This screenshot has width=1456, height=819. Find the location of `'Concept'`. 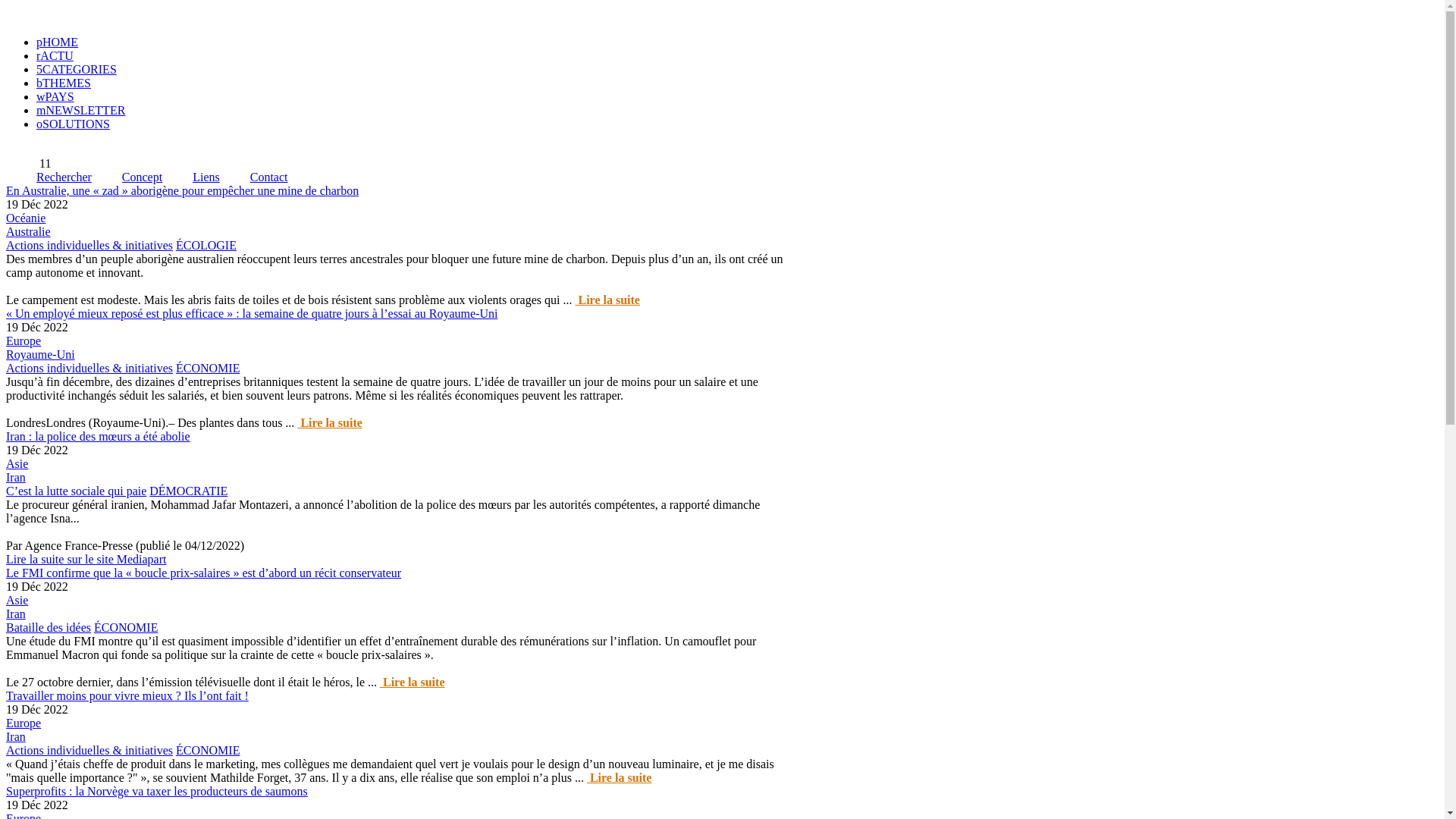

'Concept' is located at coordinates (127, 176).